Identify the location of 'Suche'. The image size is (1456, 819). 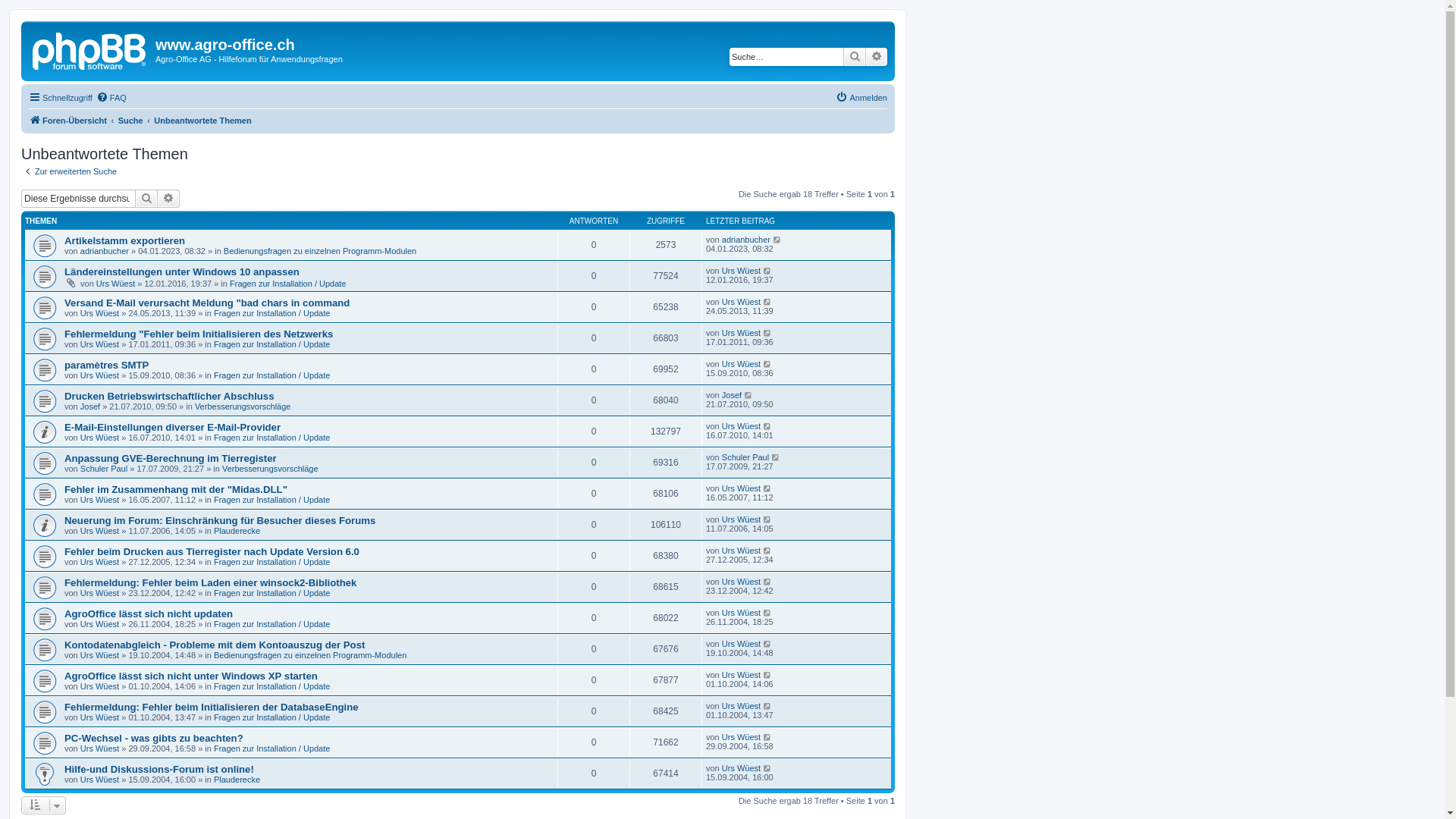
(855, 55).